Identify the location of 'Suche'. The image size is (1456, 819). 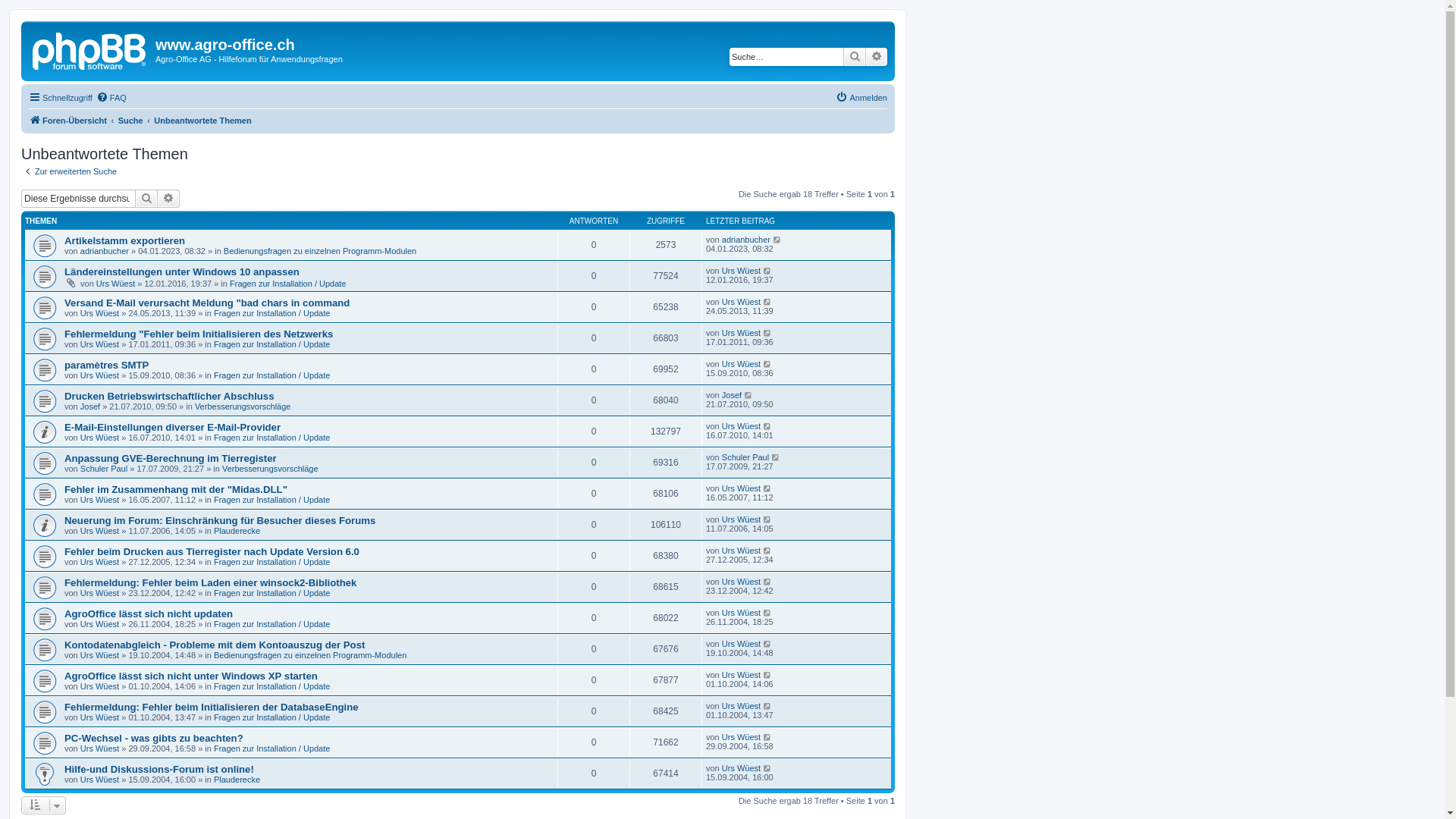
(855, 55).